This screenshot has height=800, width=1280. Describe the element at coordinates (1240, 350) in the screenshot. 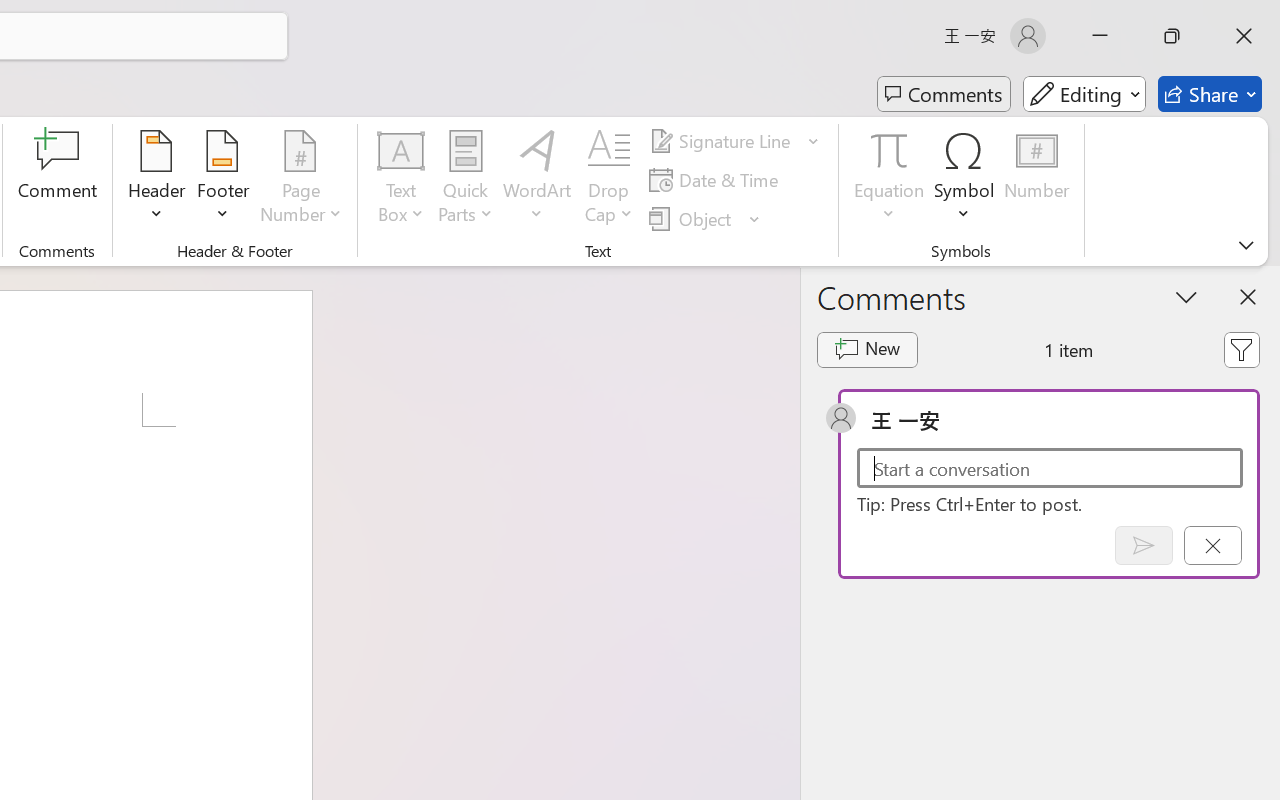

I see `'Filter'` at that location.